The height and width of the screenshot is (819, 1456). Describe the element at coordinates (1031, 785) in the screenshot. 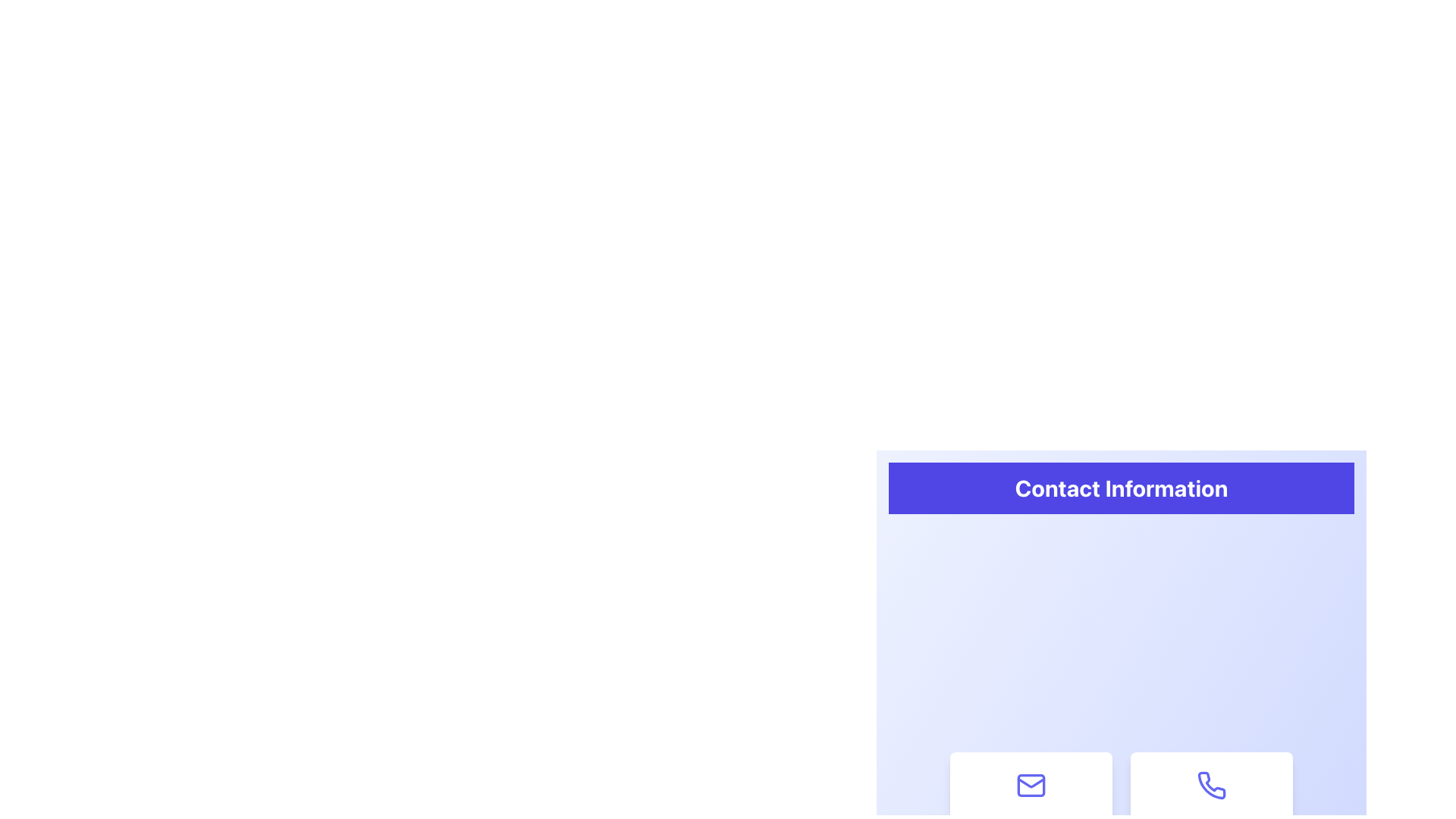

I see `the indigo envelope icon that symbolizes email communication, which is prominently positioned at the top of its card layout, above the 'Email' text and email address` at that location.